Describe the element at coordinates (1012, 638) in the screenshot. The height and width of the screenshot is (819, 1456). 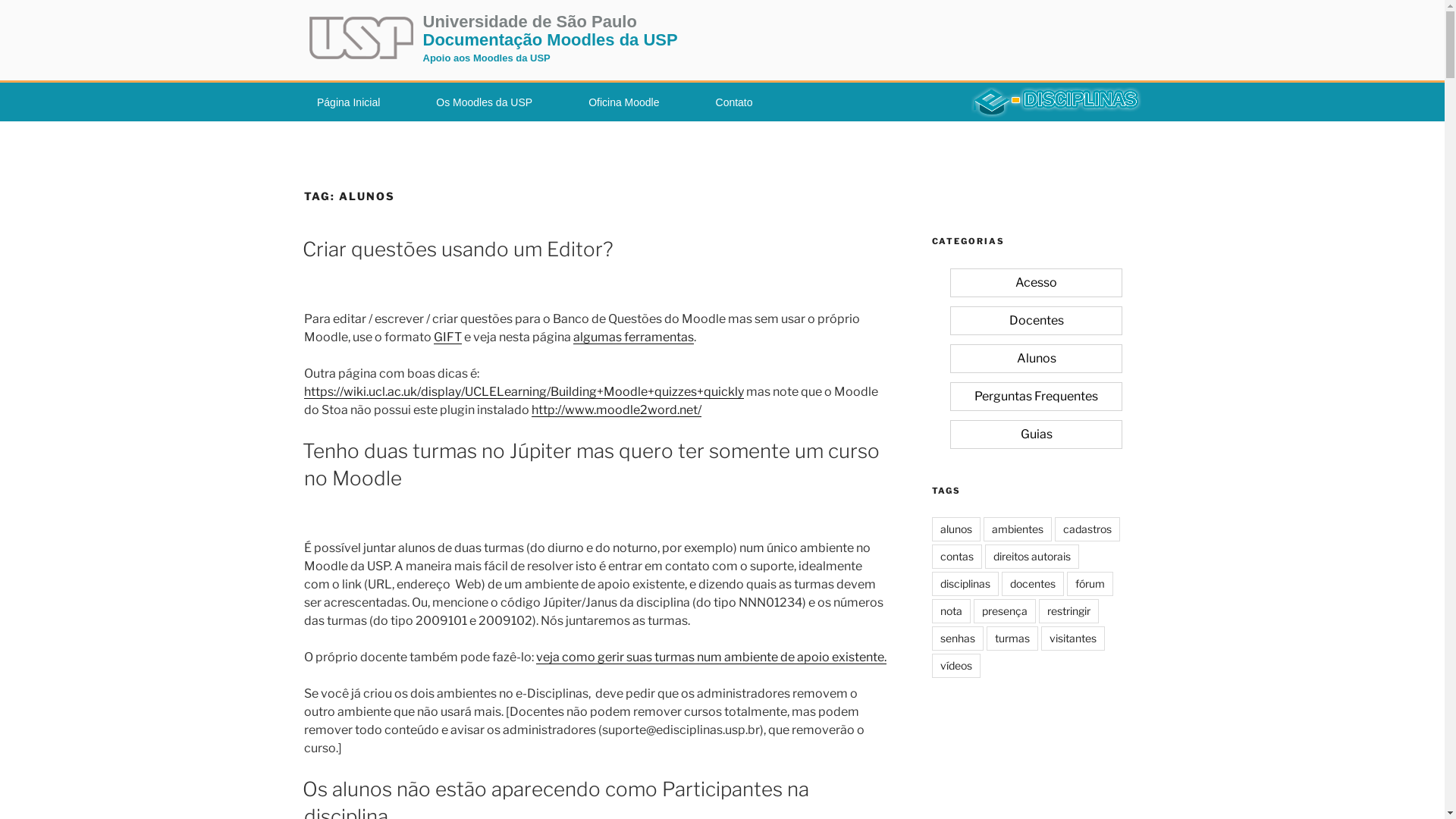
I see `'turmas'` at that location.